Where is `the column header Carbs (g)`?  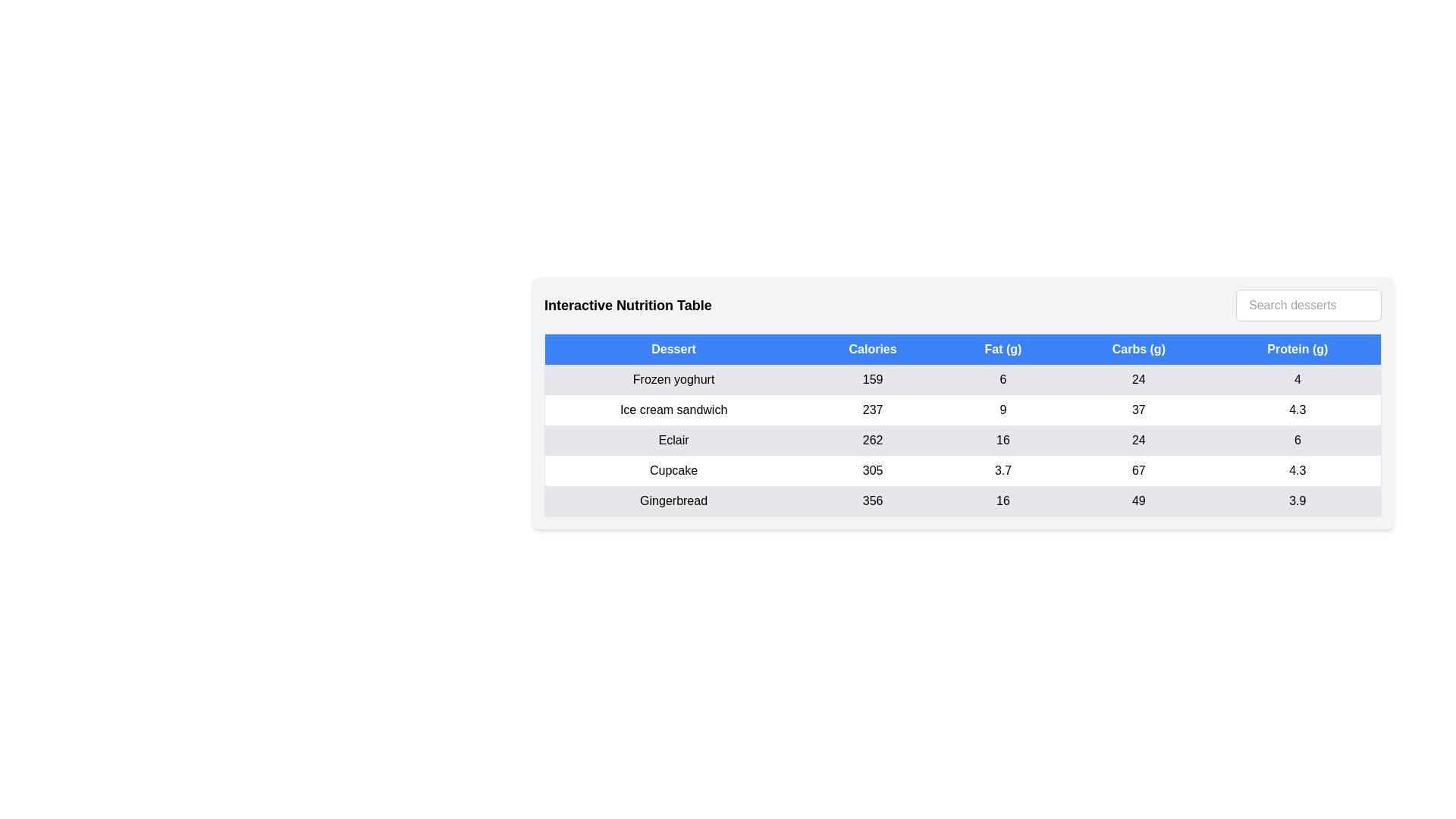
the column header Carbs (g) is located at coordinates (1138, 349).